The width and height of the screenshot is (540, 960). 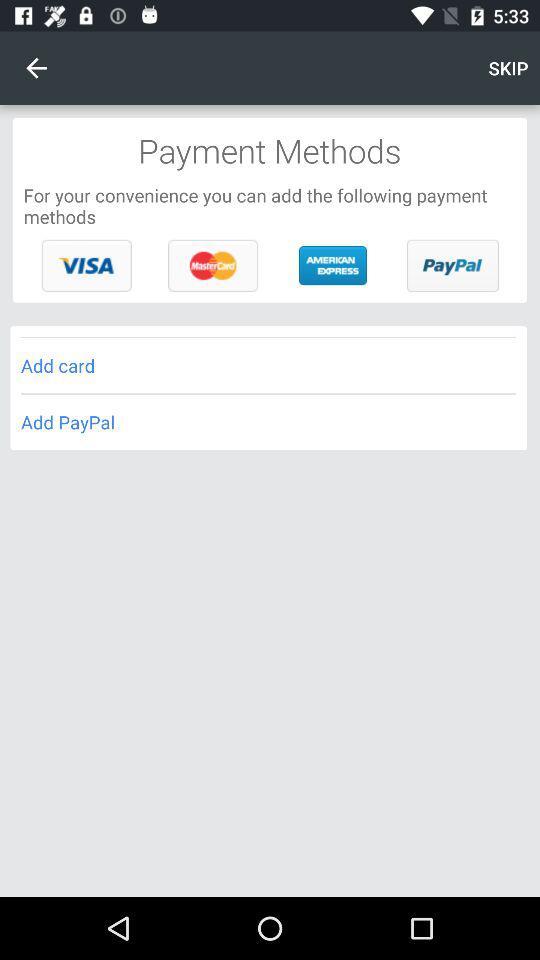 I want to click on skip item, so click(x=508, y=68).